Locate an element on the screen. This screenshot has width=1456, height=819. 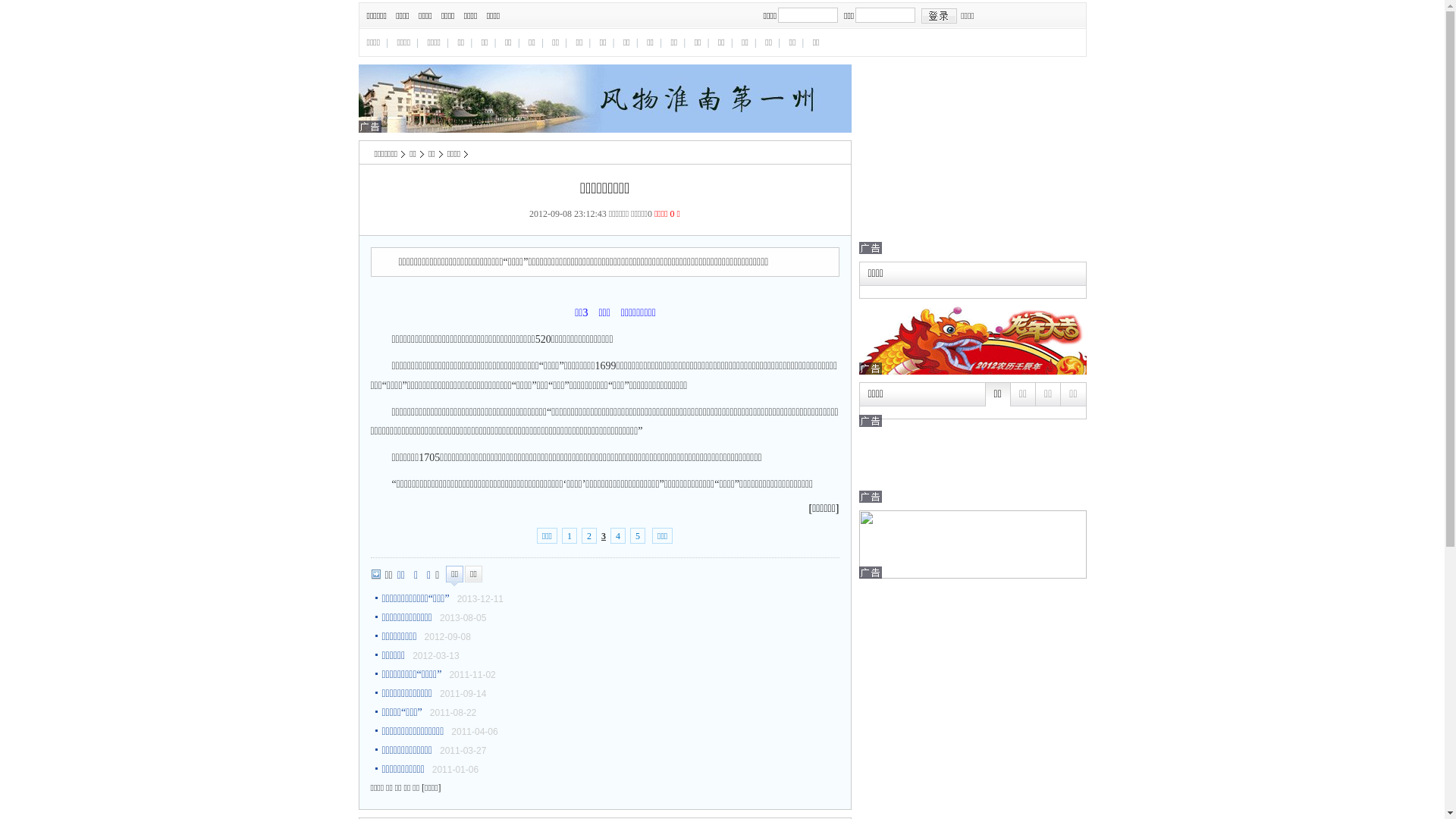
'2' is located at coordinates (588, 535).